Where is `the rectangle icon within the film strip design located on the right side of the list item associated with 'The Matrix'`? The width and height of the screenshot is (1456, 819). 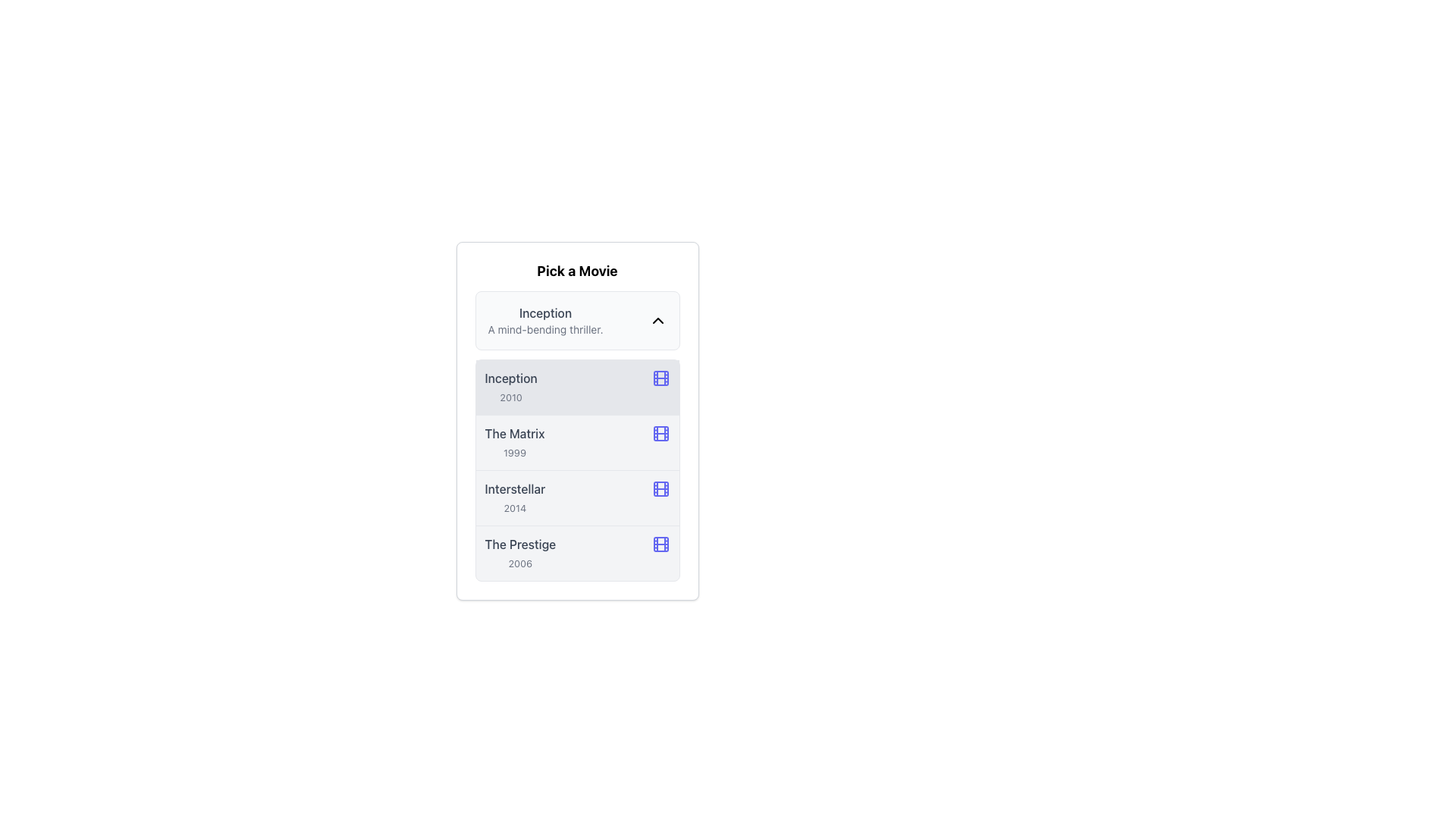 the rectangle icon within the film strip design located on the right side of the list item associated with 'The Matrix' is located at coordinates (661, 433).